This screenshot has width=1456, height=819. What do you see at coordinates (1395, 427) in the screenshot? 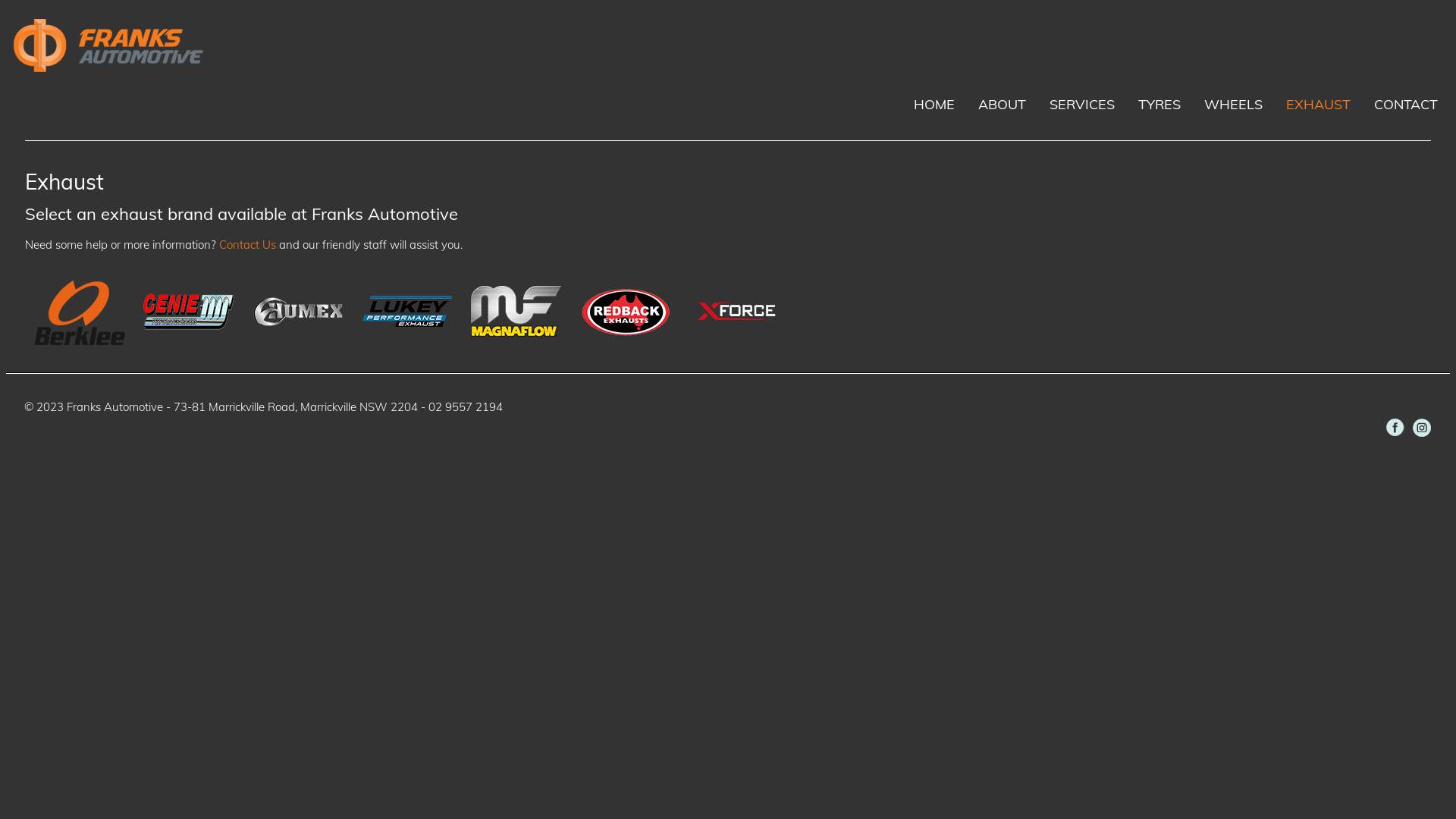
I see `'Facebook'` at bounding box center [1395, 427].